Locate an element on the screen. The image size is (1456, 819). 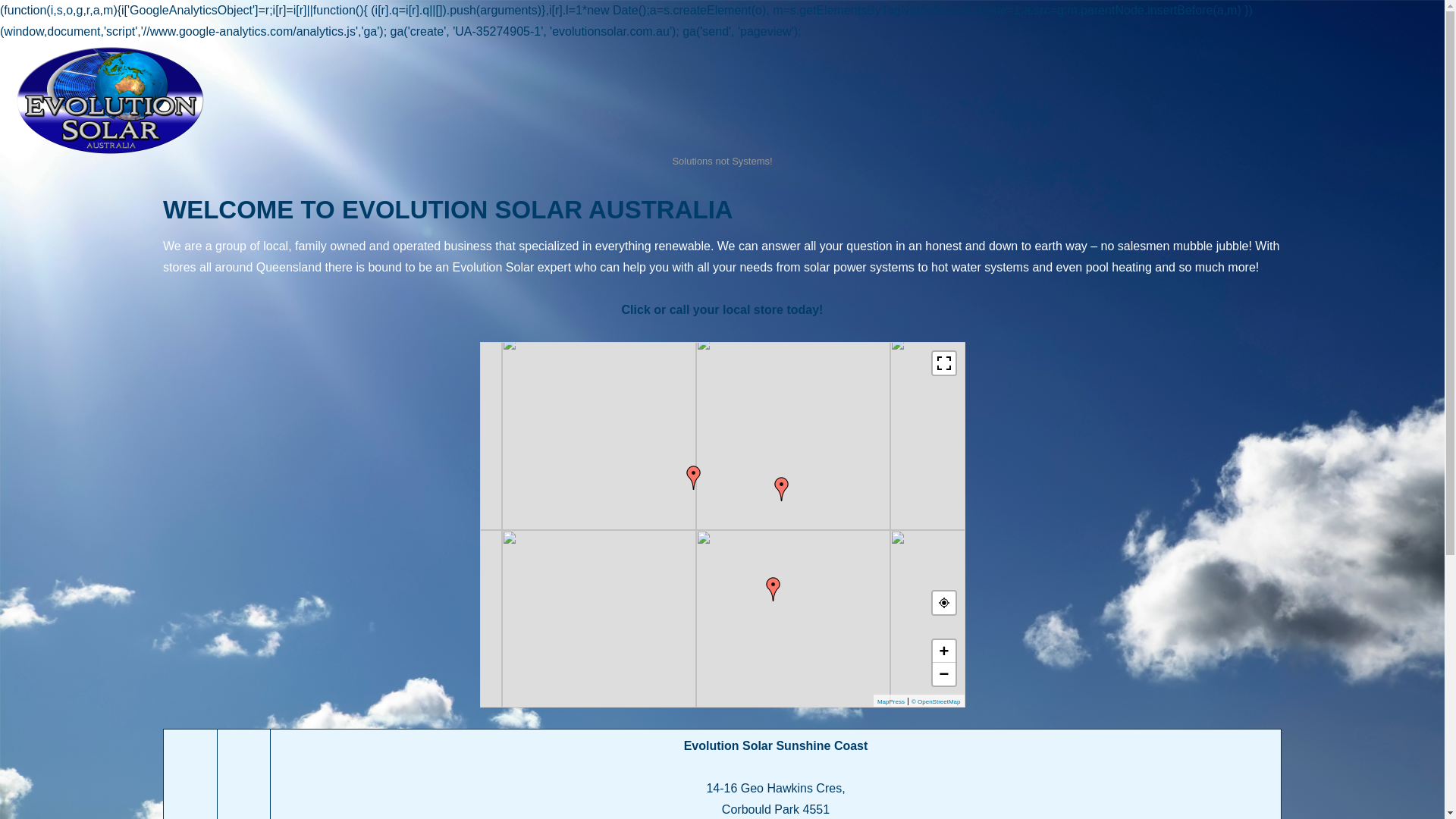
'Toggle fullscreen view' is located at coordinates (943, 362).